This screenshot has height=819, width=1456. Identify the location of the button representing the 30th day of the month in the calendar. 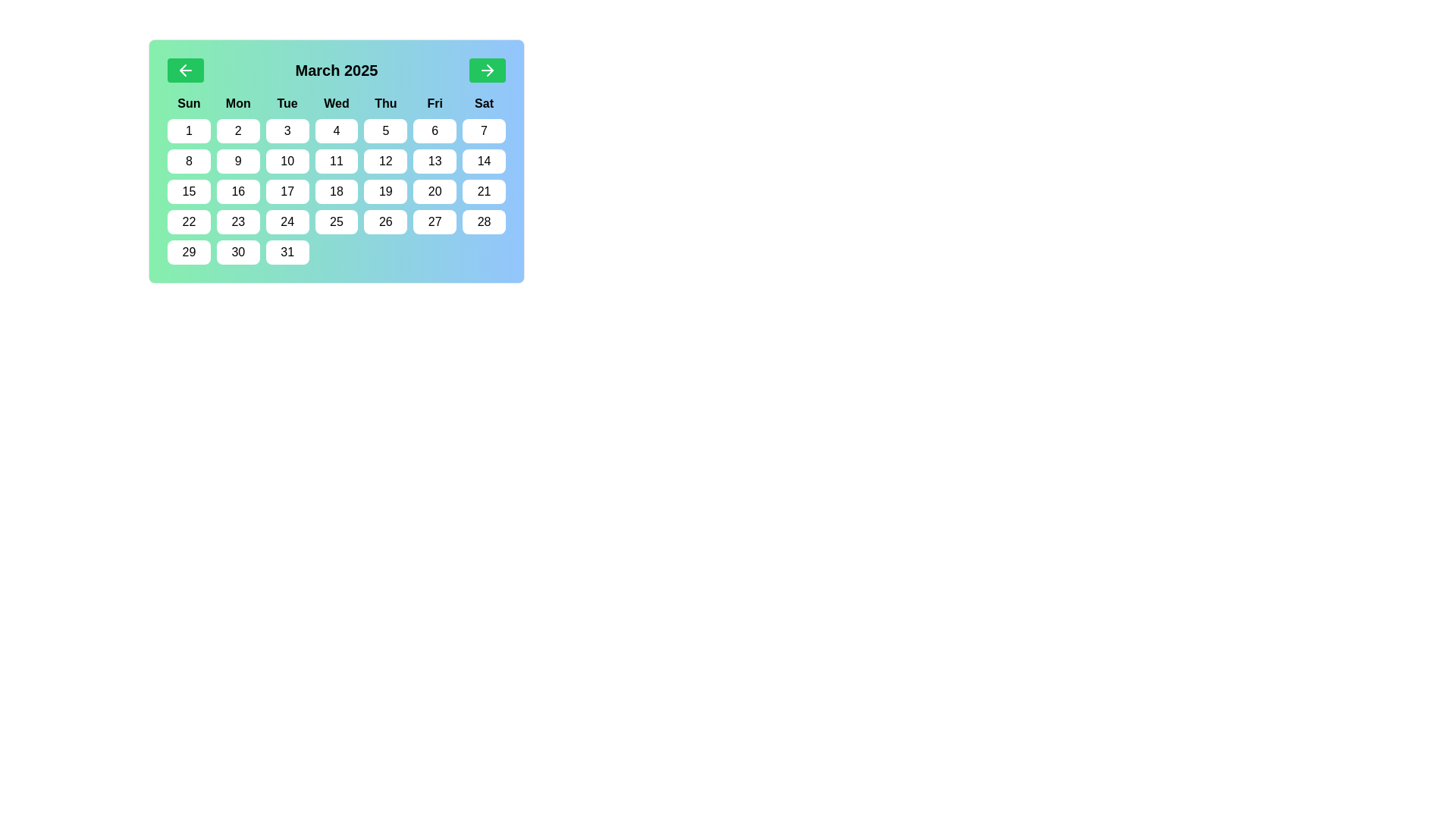
(237, 251).